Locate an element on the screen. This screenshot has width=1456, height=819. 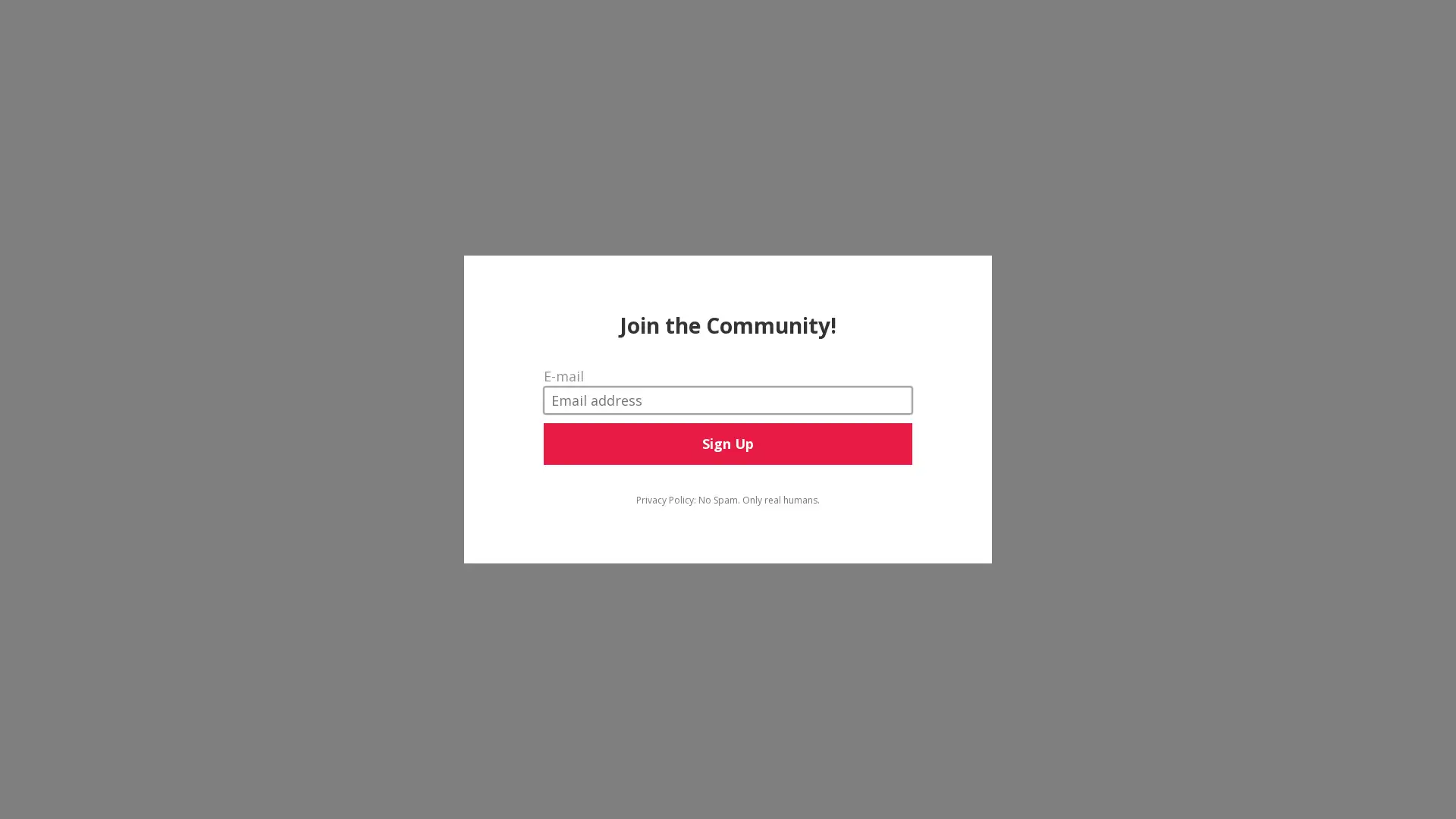
Sign Up is located at coordinates (726, 444).